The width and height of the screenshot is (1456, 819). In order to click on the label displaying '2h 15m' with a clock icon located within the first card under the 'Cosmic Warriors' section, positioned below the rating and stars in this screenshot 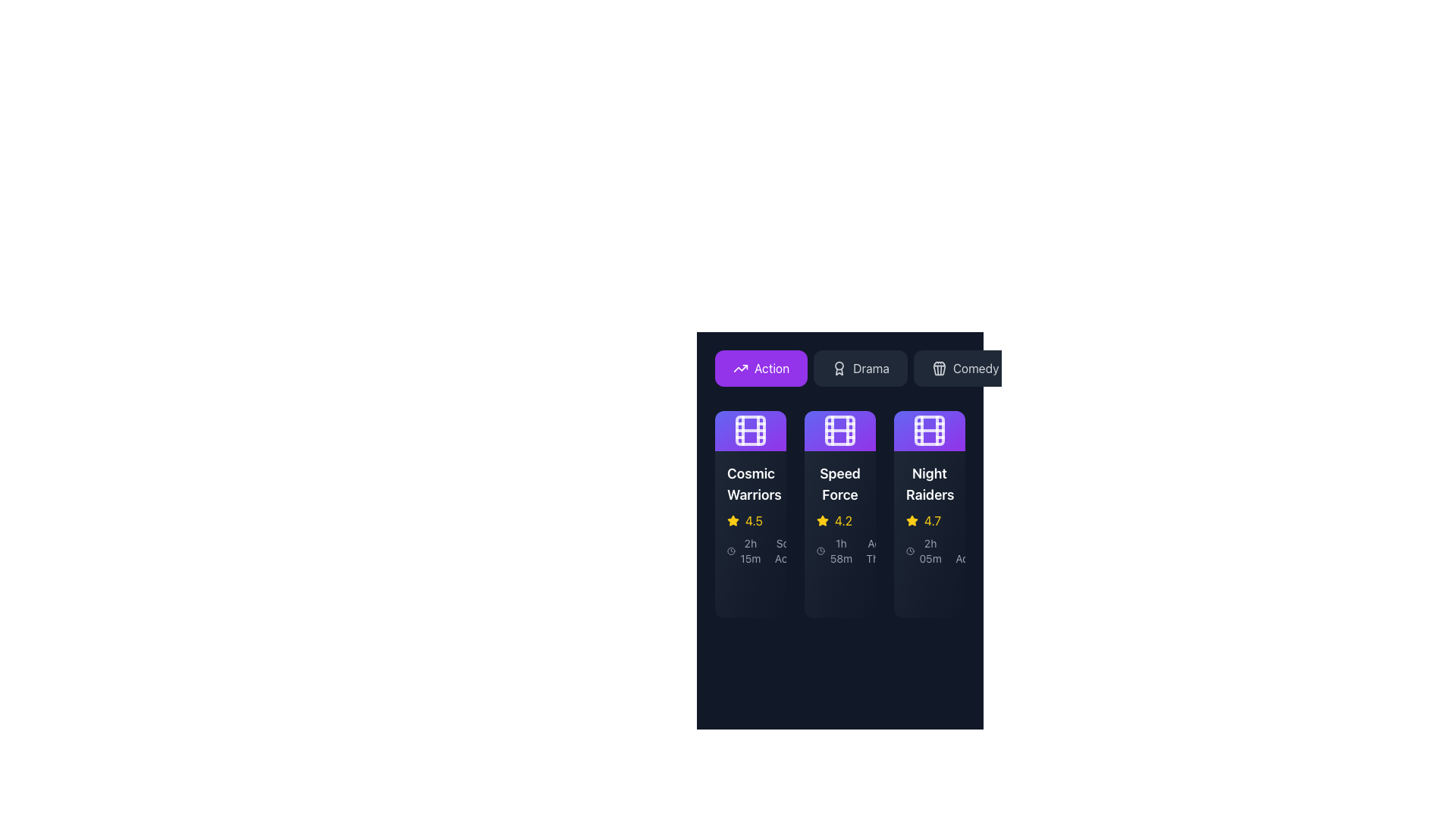, I will do `click(750, 550)`.